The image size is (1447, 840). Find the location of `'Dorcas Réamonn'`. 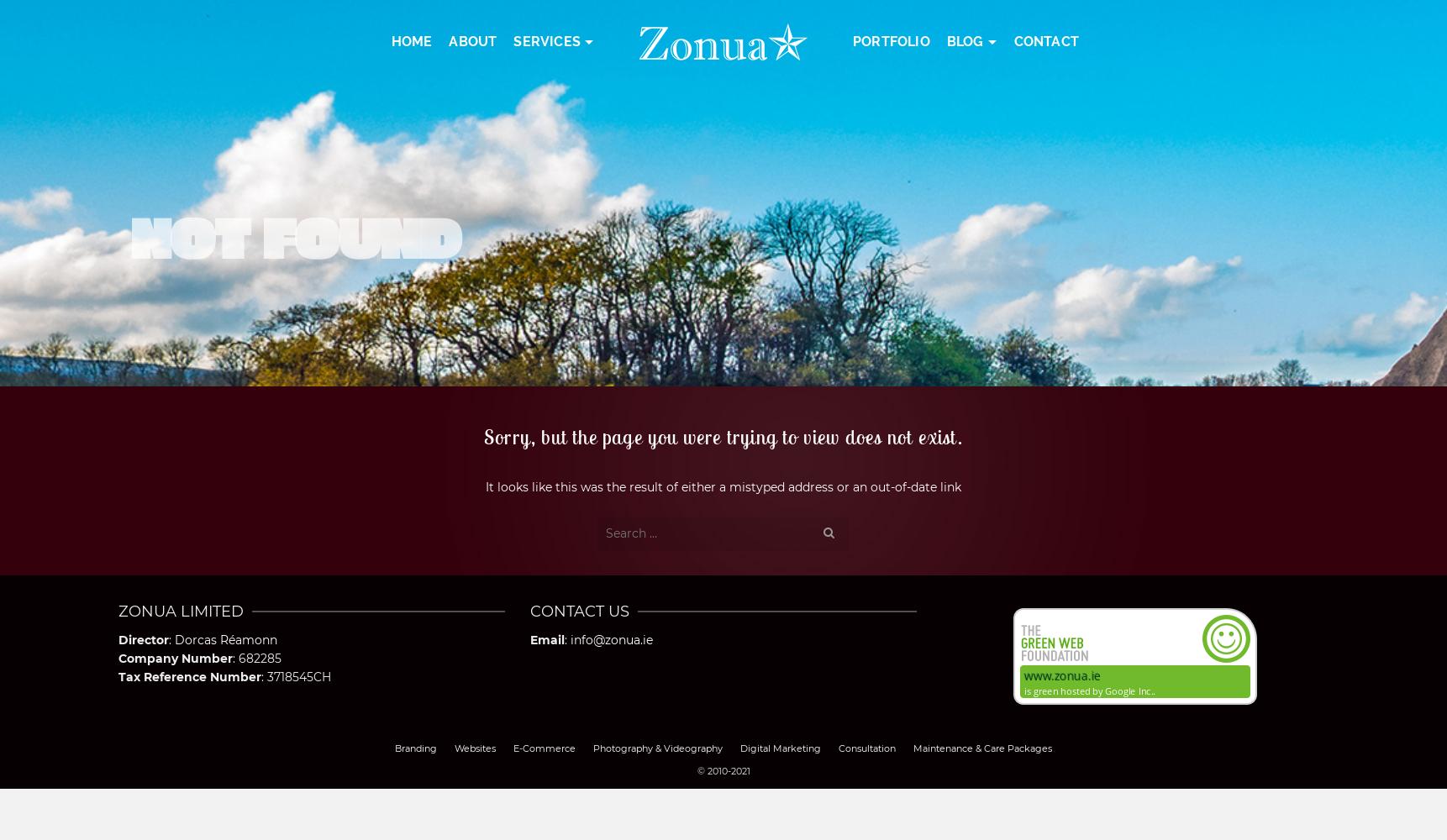

'Dorcas Réamonn' is located at coordinates (225, 639).